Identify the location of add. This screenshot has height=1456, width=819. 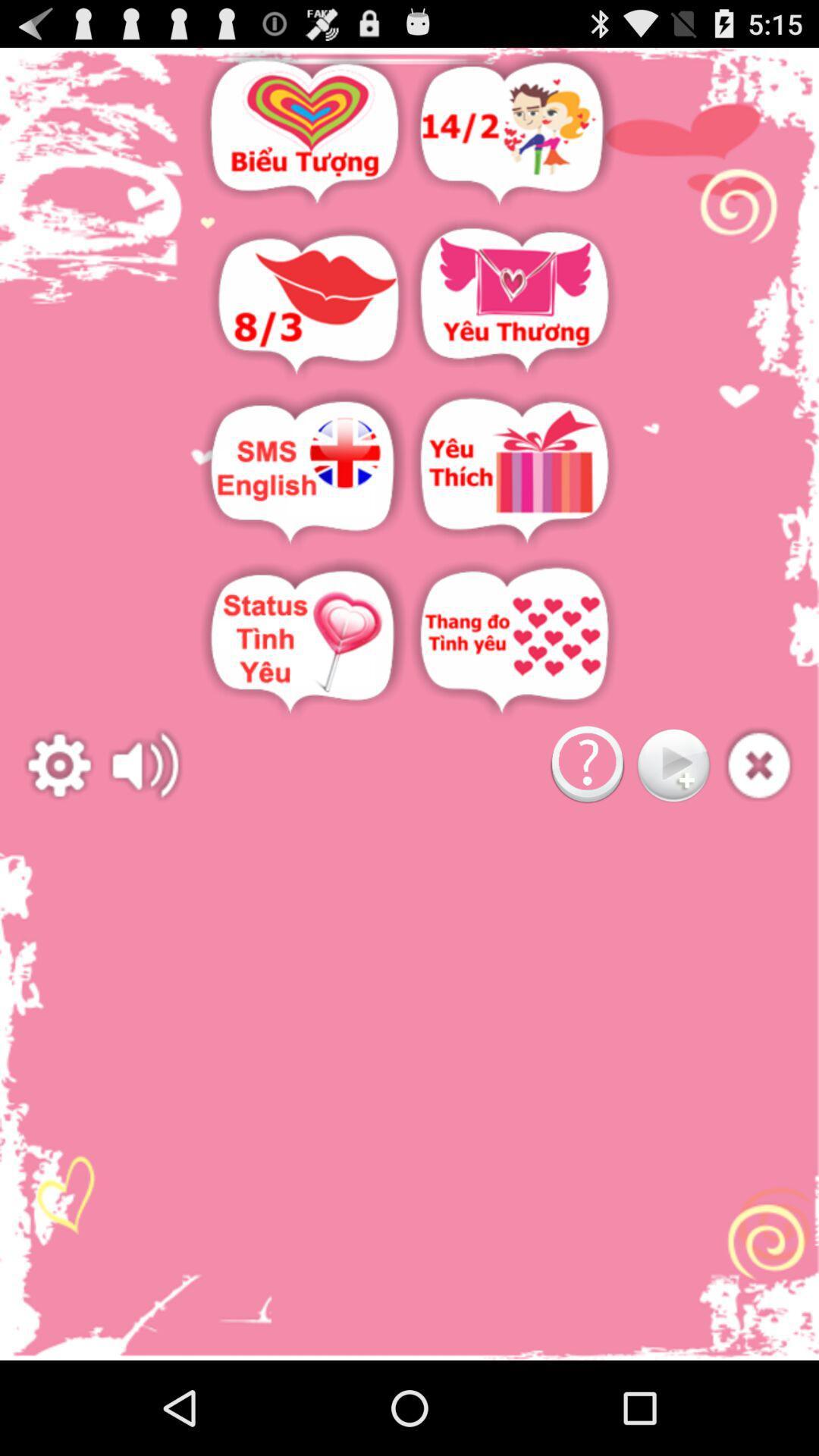
(759, 765).